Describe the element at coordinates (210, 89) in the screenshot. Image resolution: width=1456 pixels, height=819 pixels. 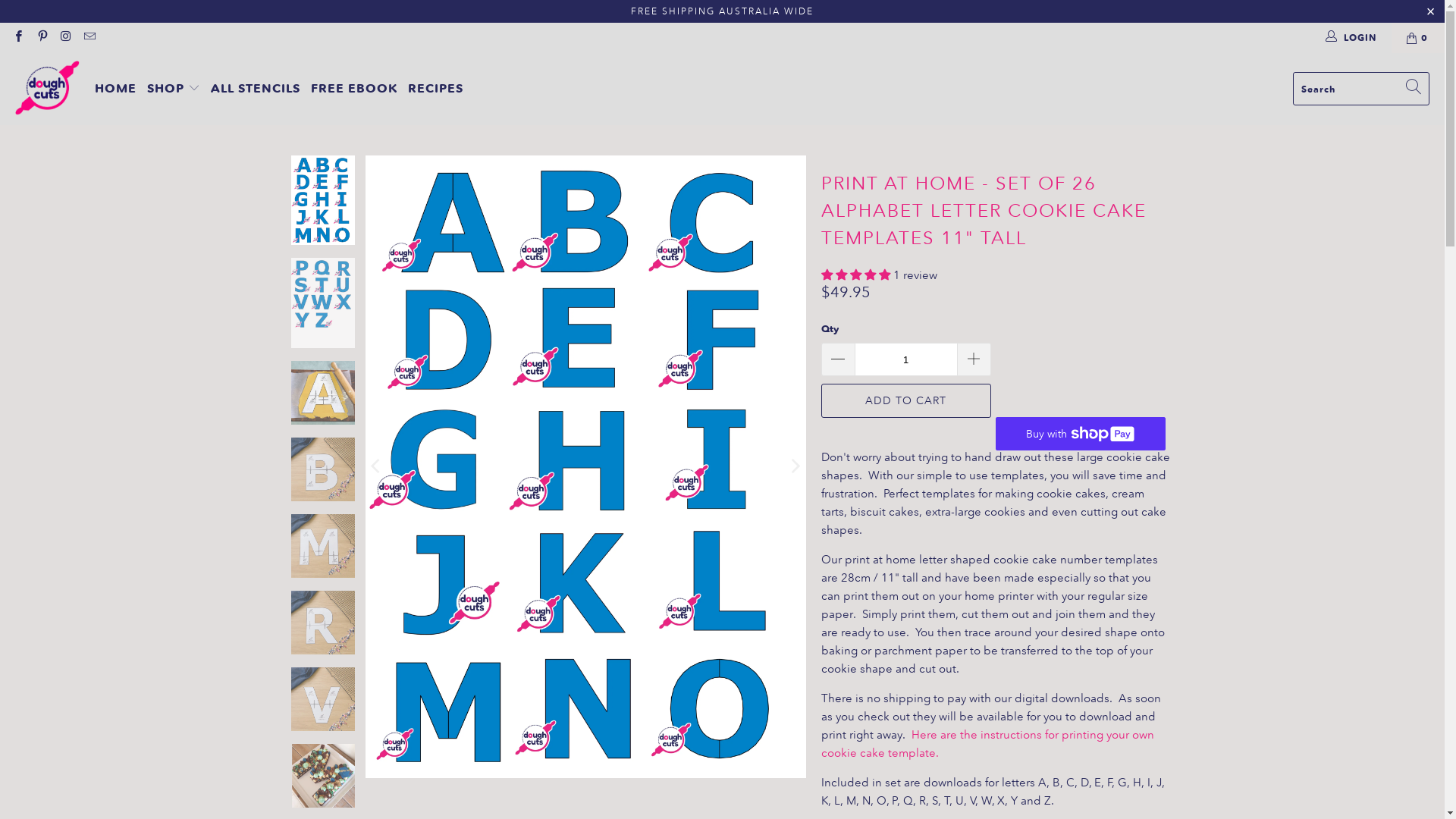
I see `'ALL STENCILS'` at that location.